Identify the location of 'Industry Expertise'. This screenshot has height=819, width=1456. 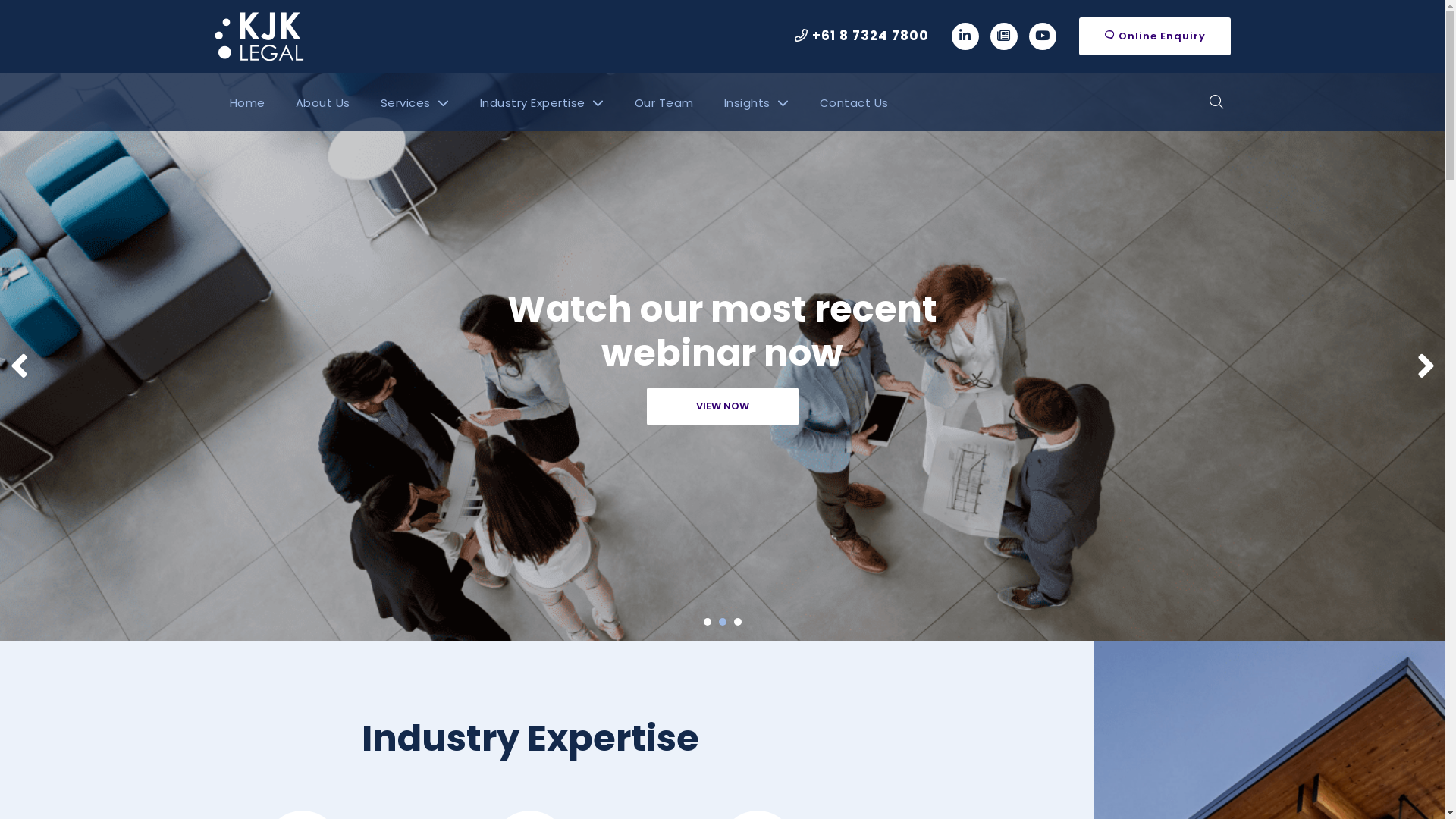
(541, 102).